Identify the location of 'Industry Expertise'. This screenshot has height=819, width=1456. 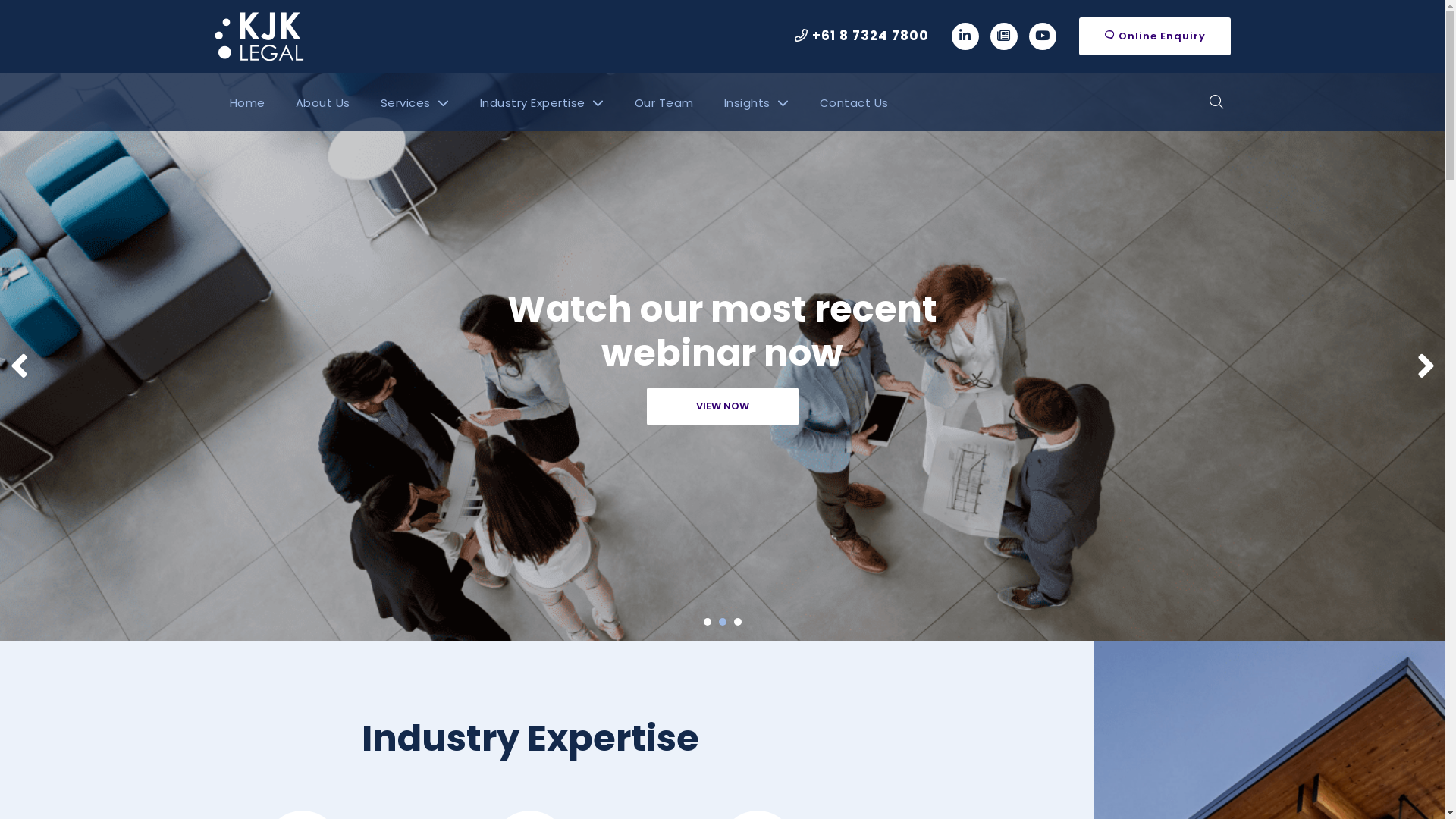
(541, 102).